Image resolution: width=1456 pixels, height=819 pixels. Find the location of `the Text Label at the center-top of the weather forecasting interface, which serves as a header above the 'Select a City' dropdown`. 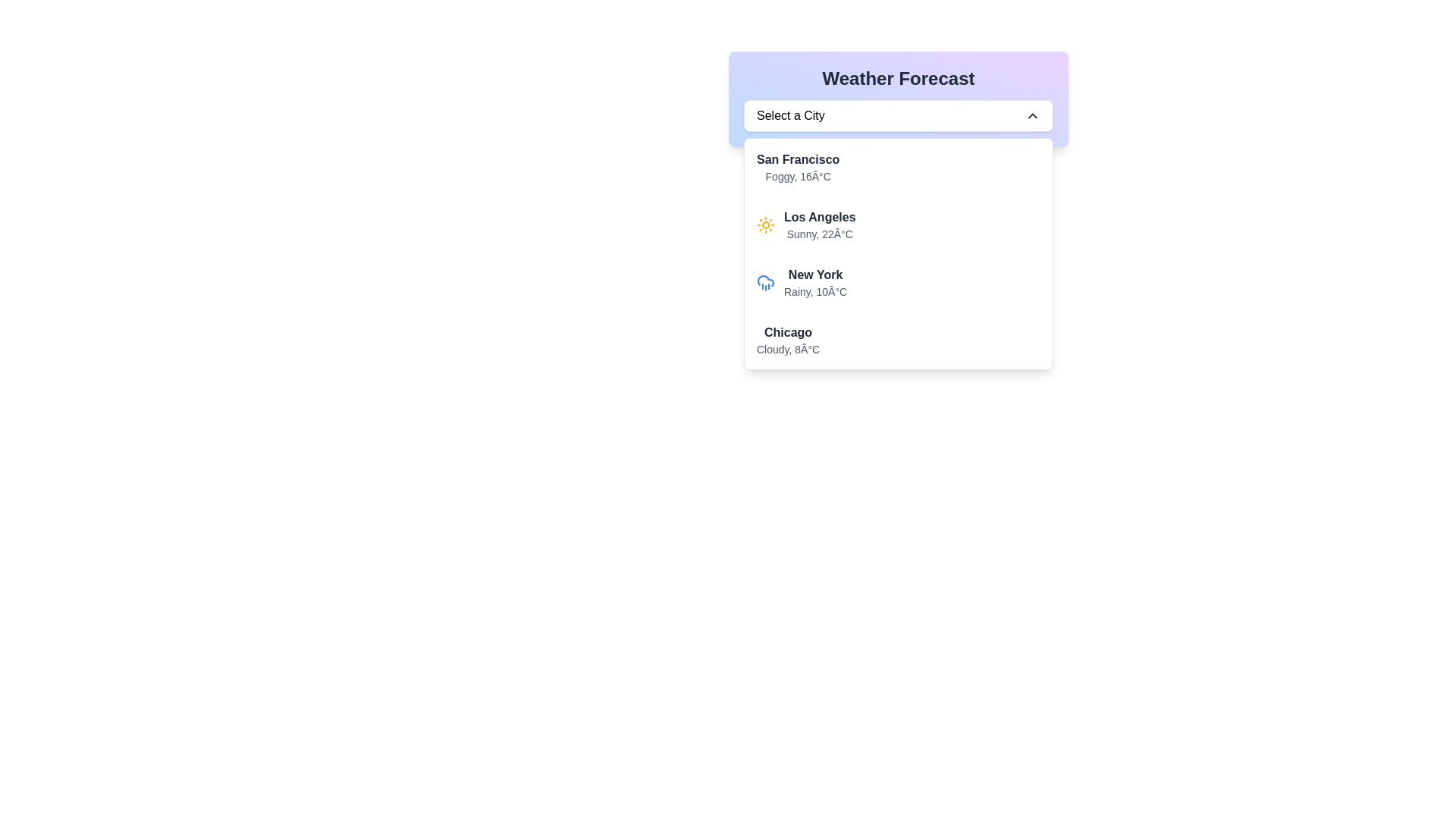

the Text Label at the center-top of the weather forecasting interface, which serves as a header above the 'Select a City' dropdown is located at coordinates (899, 79).